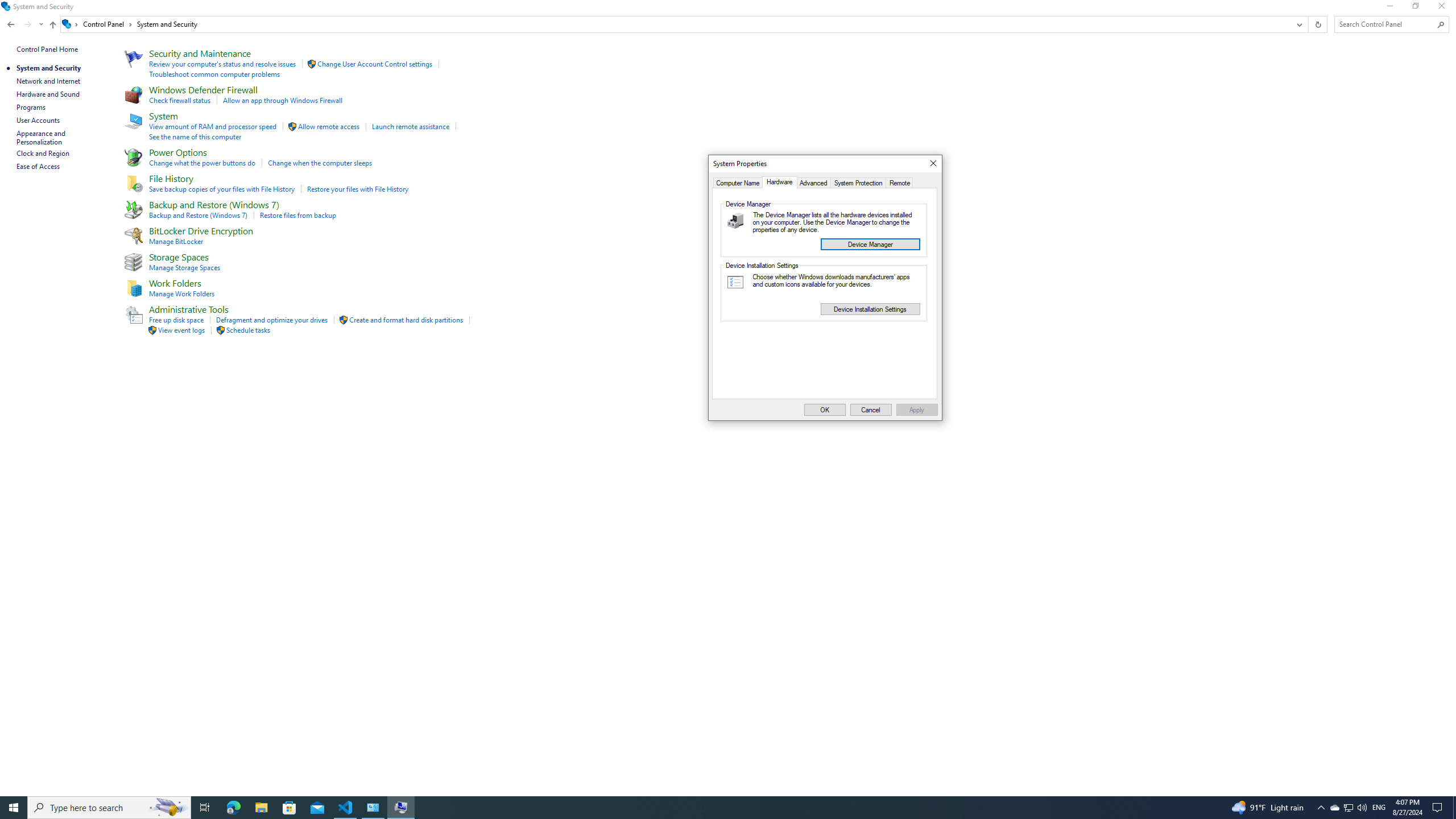  What do you see at coordinates (869, 308) in the screenshot?
I see `'Device Installation Settings'` at bounding box center [869, 308].